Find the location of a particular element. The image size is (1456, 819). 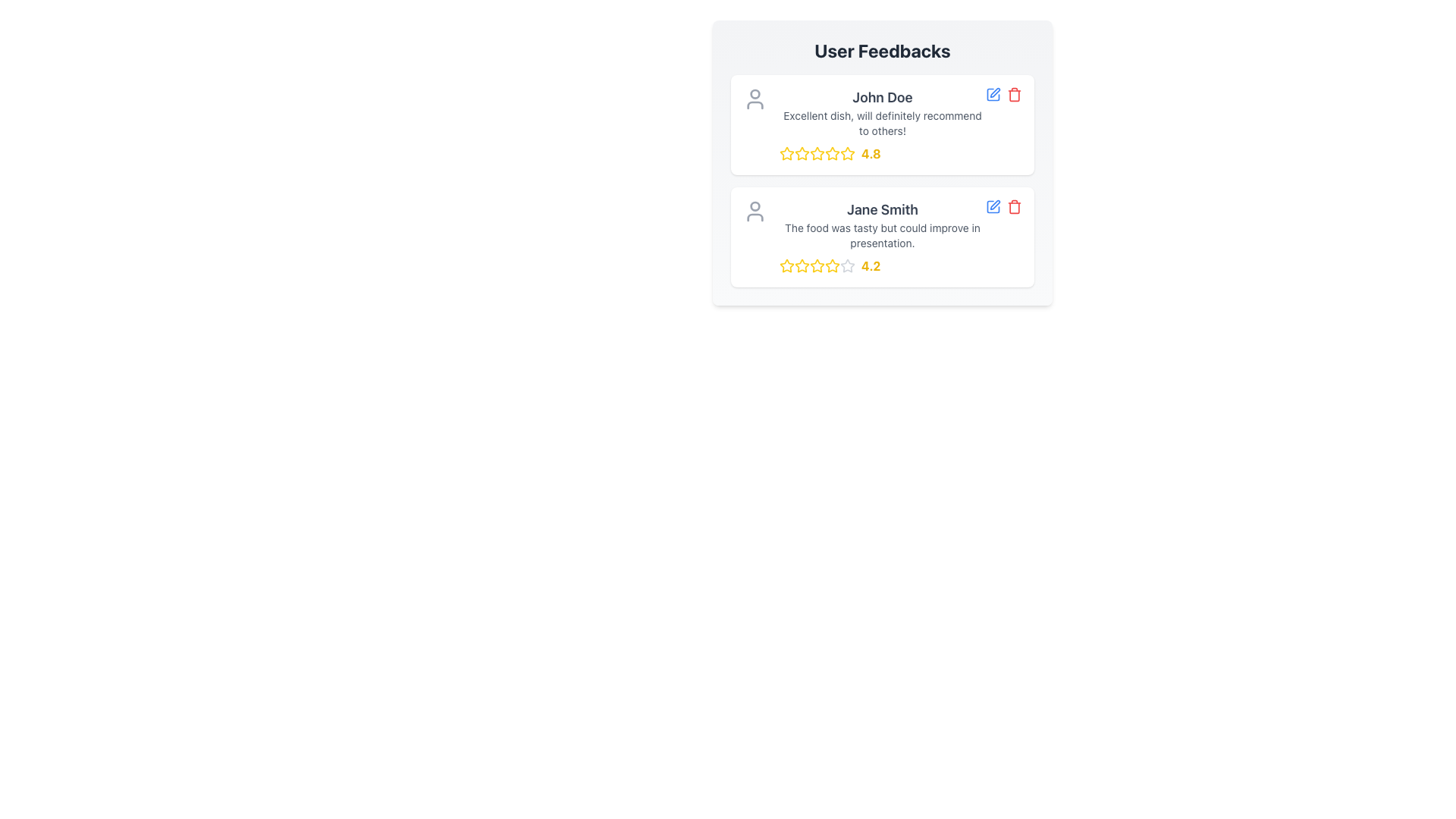

the user silhouette icon styled in gray located at the top-left corner of John Doe's feedback card is located at coordinates (755, 99).